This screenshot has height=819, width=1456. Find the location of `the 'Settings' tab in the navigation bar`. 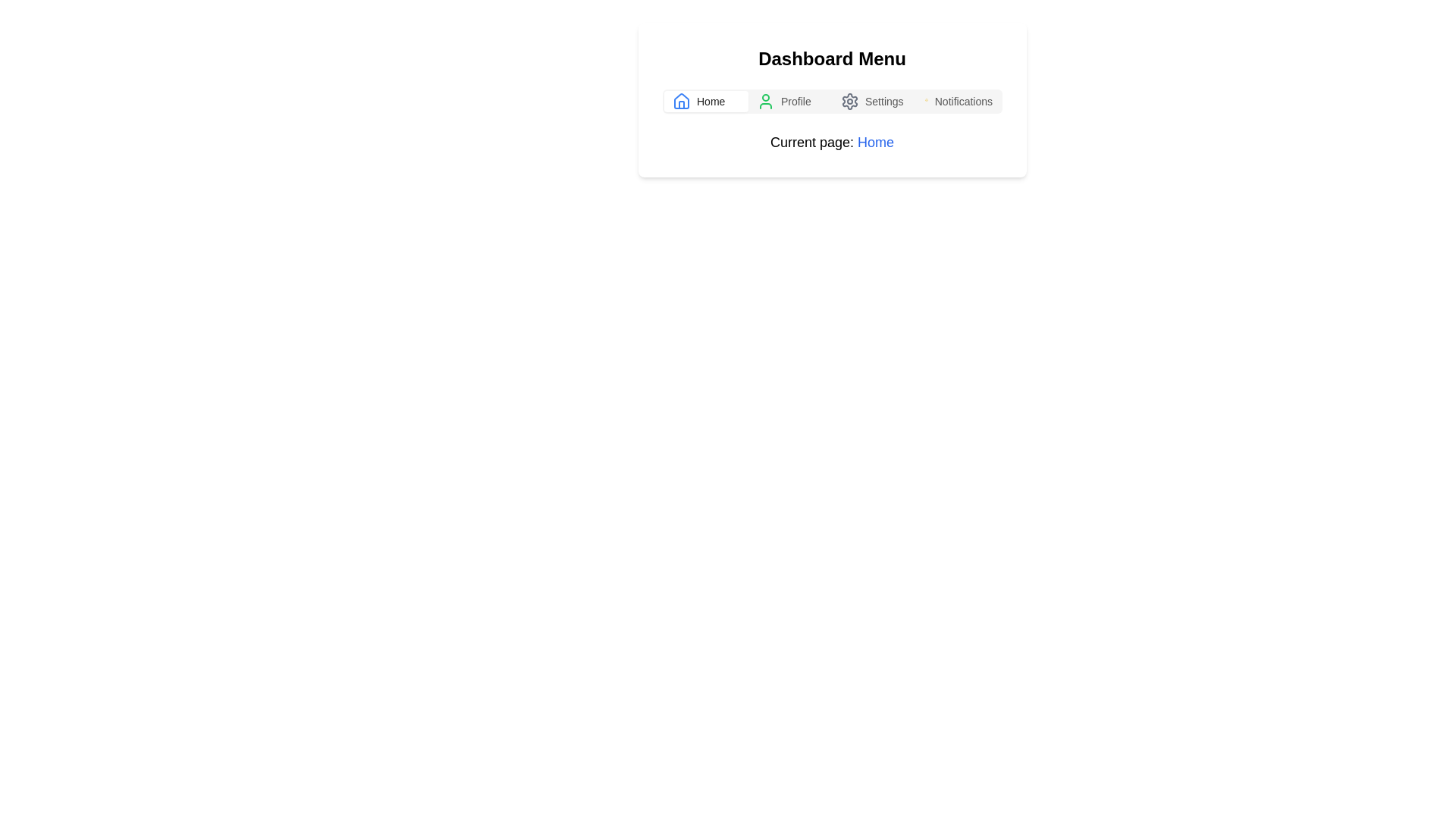

the 'Settings' tab in the navigation bar is located at coordinates (874, 102).